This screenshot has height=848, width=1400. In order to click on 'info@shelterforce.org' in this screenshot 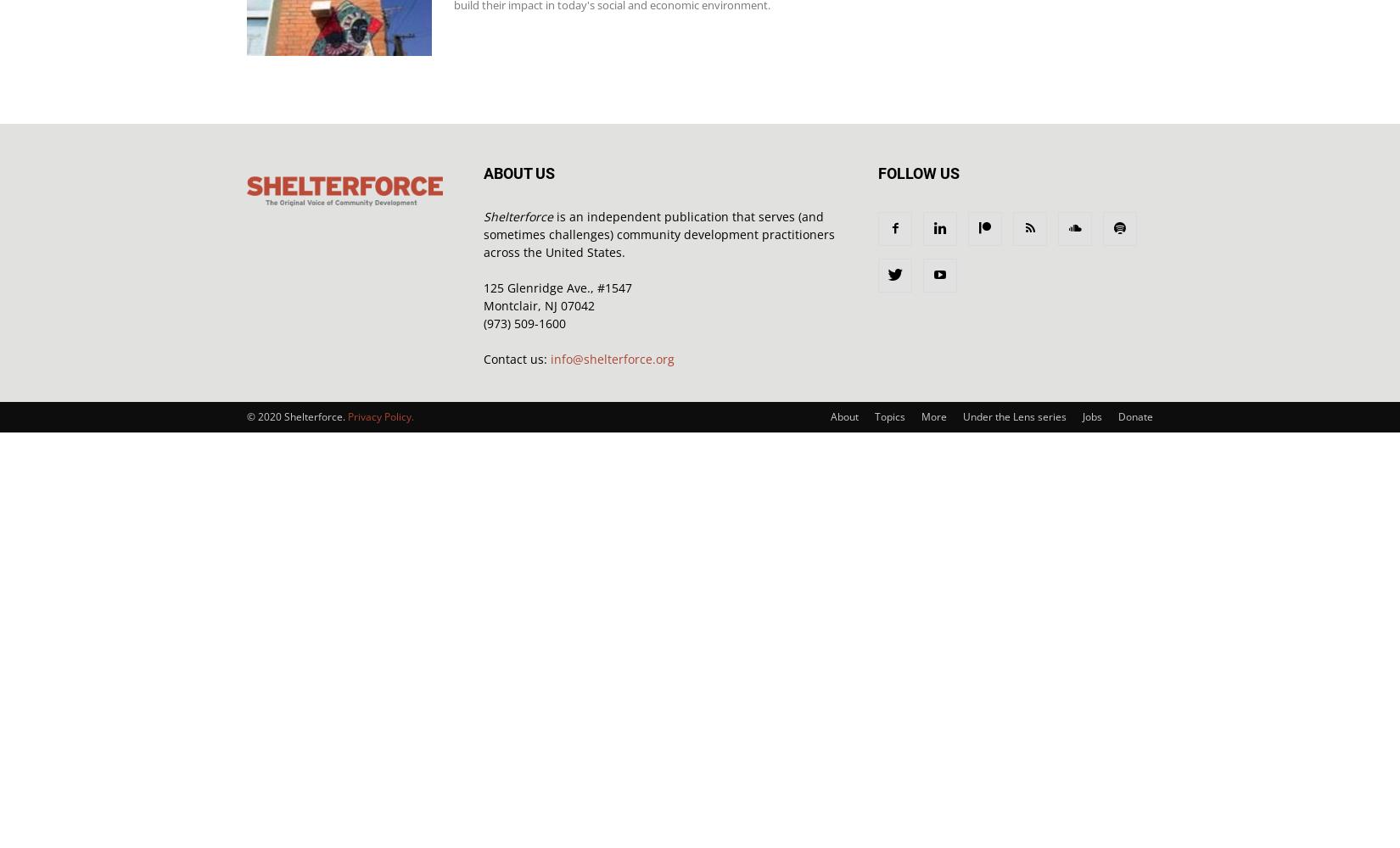, I will do `click(612, 359)`.